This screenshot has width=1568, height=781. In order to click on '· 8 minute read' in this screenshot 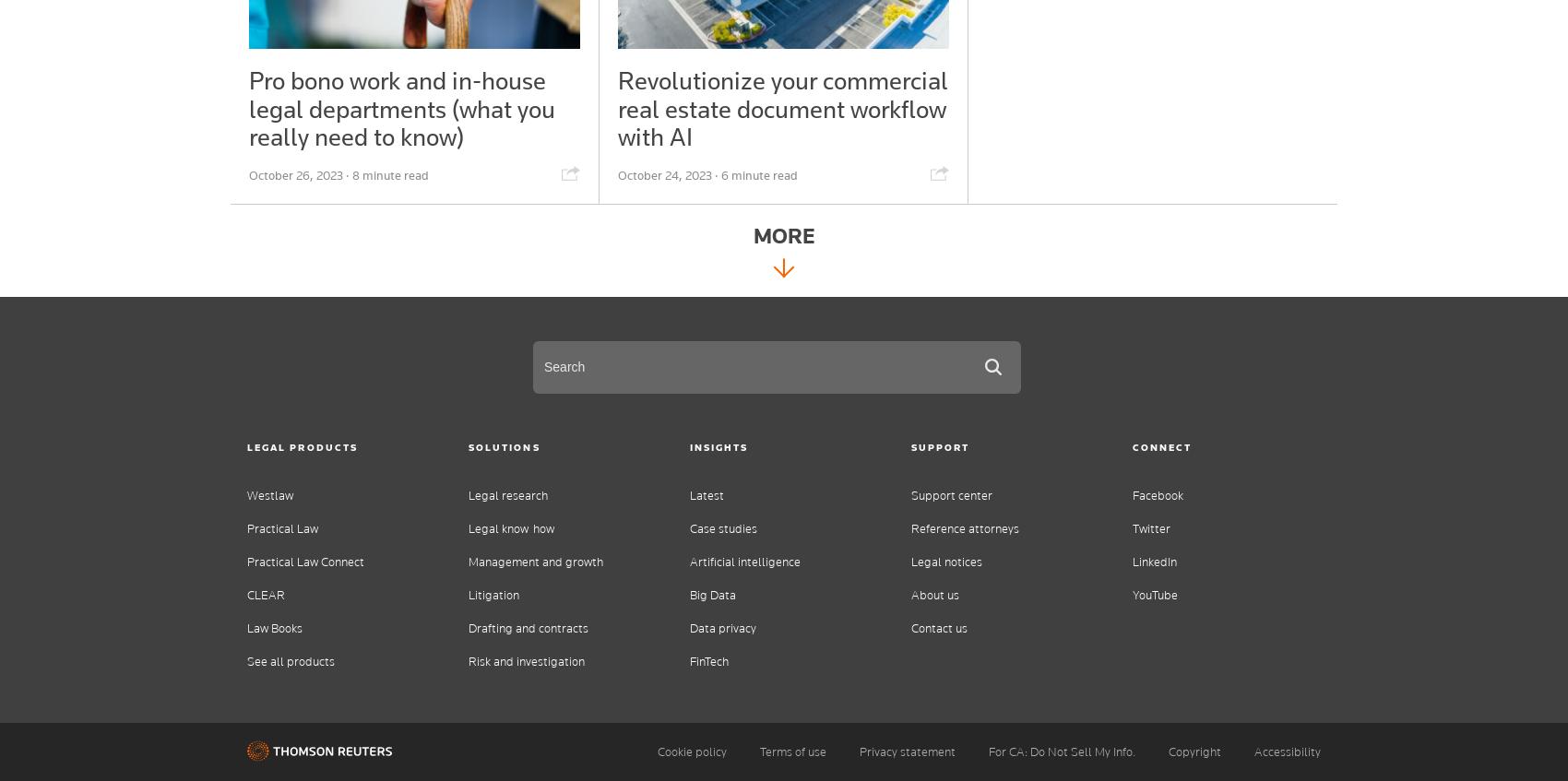, I will do `click(385, 175)`.